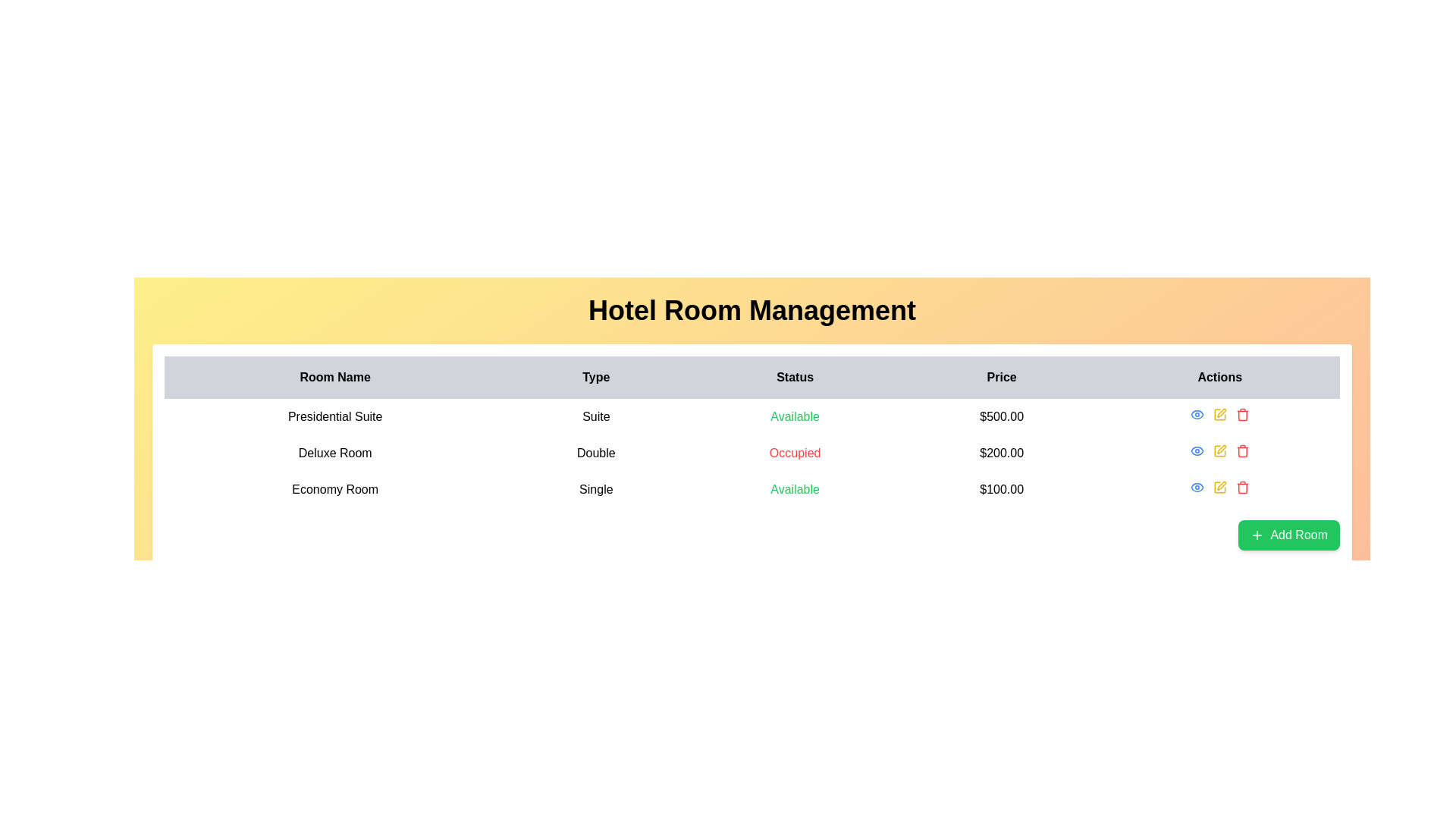 Image resolution: width=1456 pixels, height=819 pixels. What do you see at coordinates (1257, 534) in the screenshot?
I see `the 'add' icon located to the left of the 'Add Room' text button` at bounding box center [1257, 534].